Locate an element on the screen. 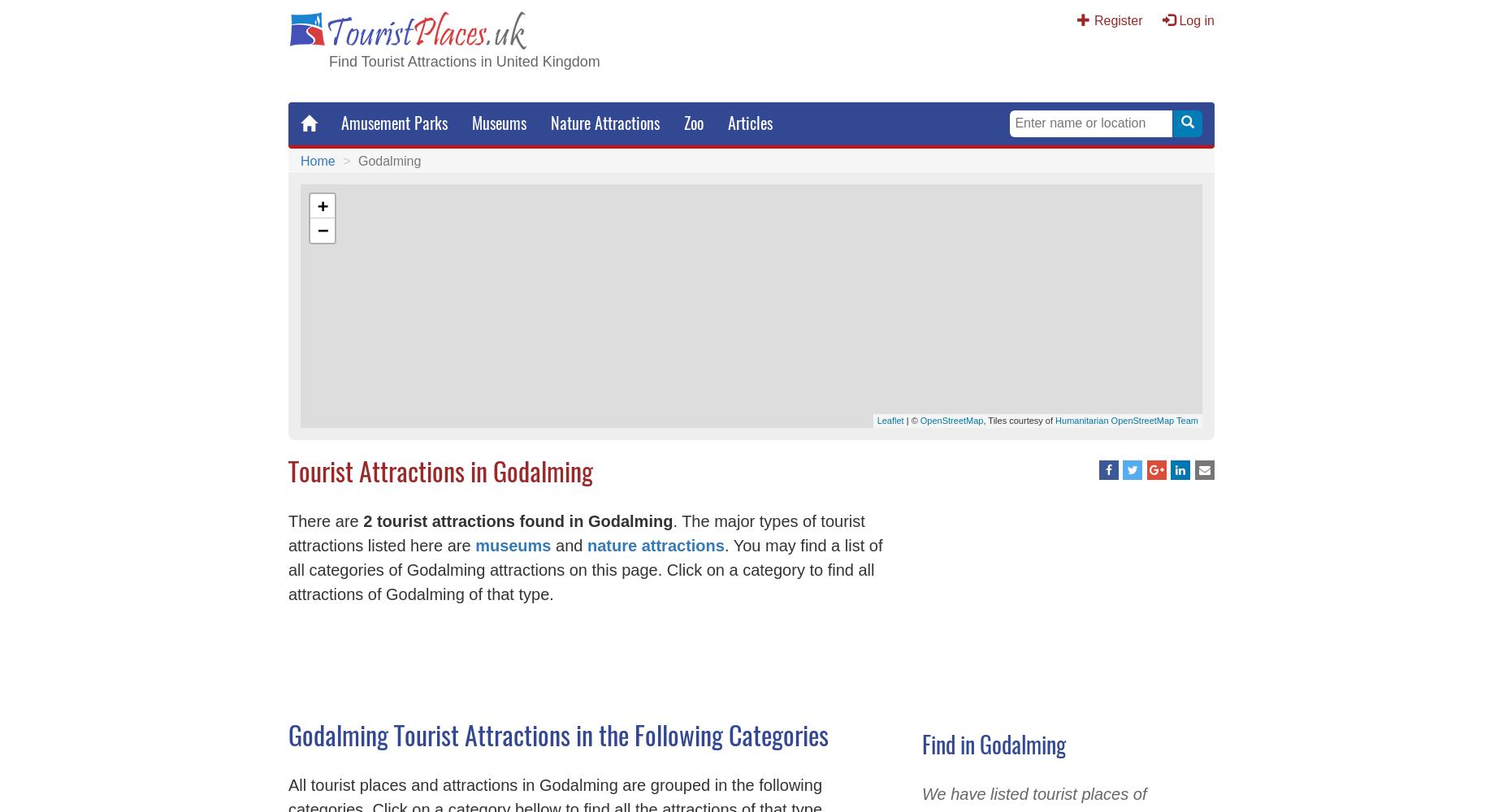 The height and width of the screenshot is (812, 1503). 'Register' is located at coordinates (1117, 20).